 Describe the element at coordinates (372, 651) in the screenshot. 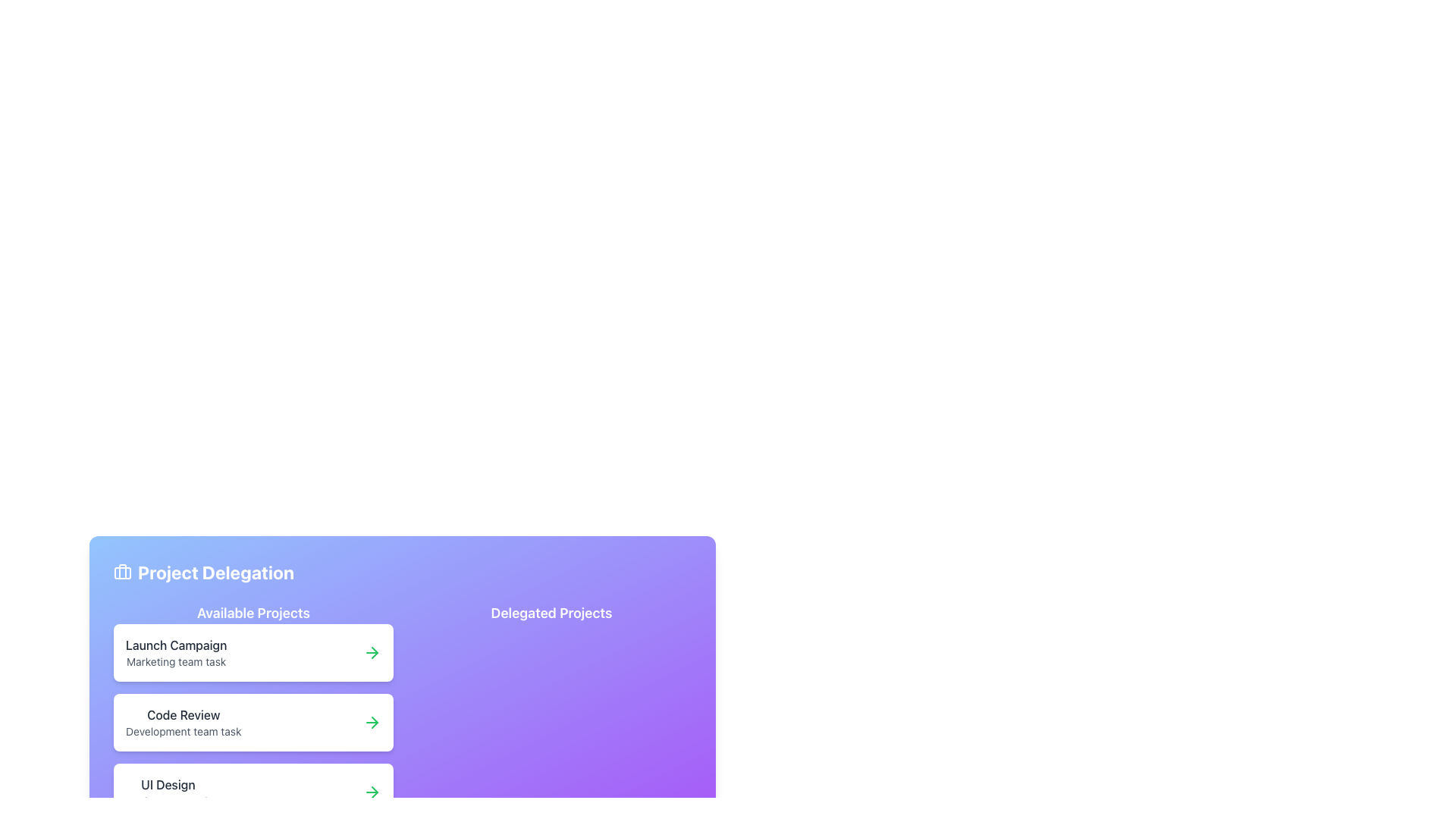

I see `the navigation button that redirects to the 'Launch Campaign' project, located within the card labeled 'Launch Campaign' under 'Available Projects'` at that location.